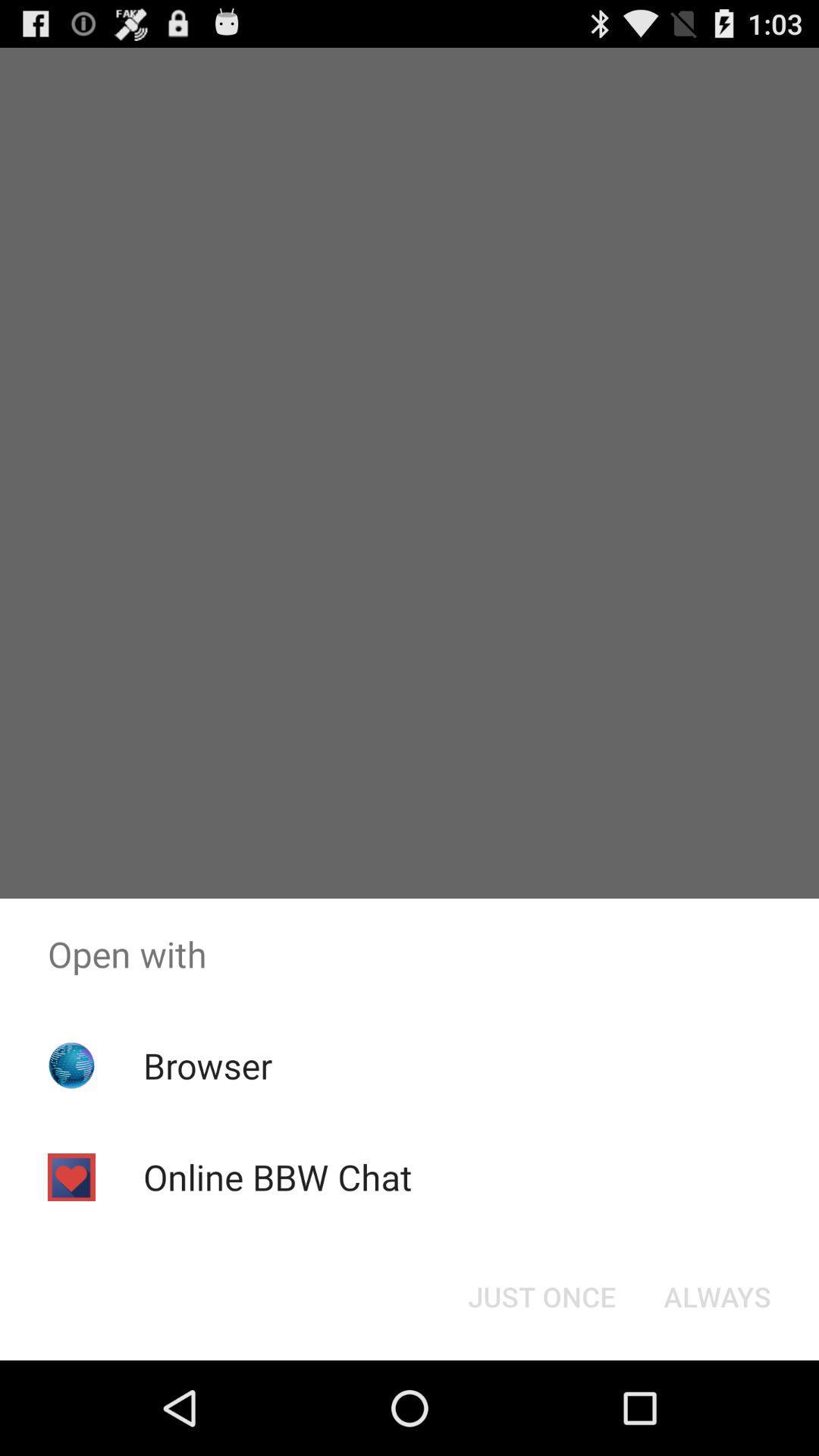 The width and height of the screenshot is (819, 1456). Describe the element at coordinates (717, 1295) in the screenshot. I see `the item at the bottom right corner` at that location.